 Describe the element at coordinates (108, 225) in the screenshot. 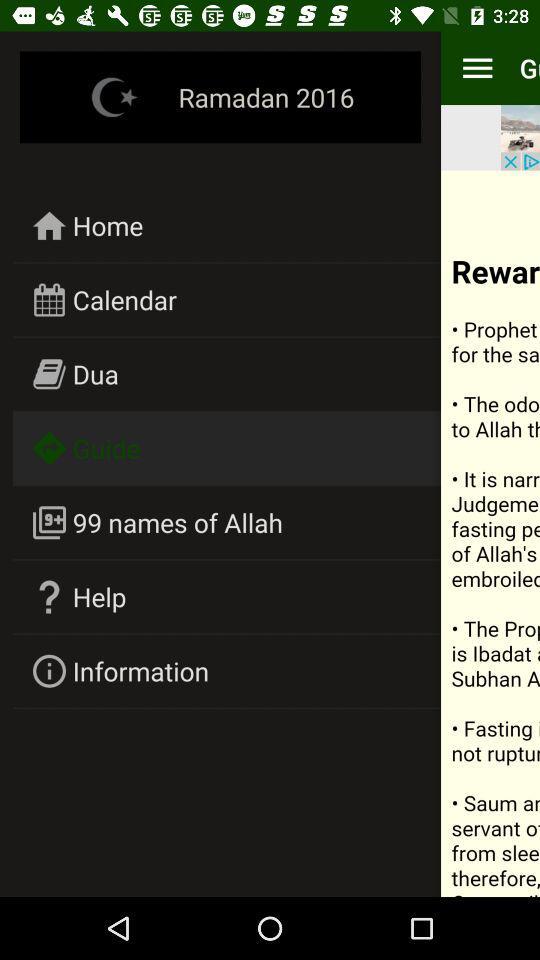

I see `home icon` at that location.